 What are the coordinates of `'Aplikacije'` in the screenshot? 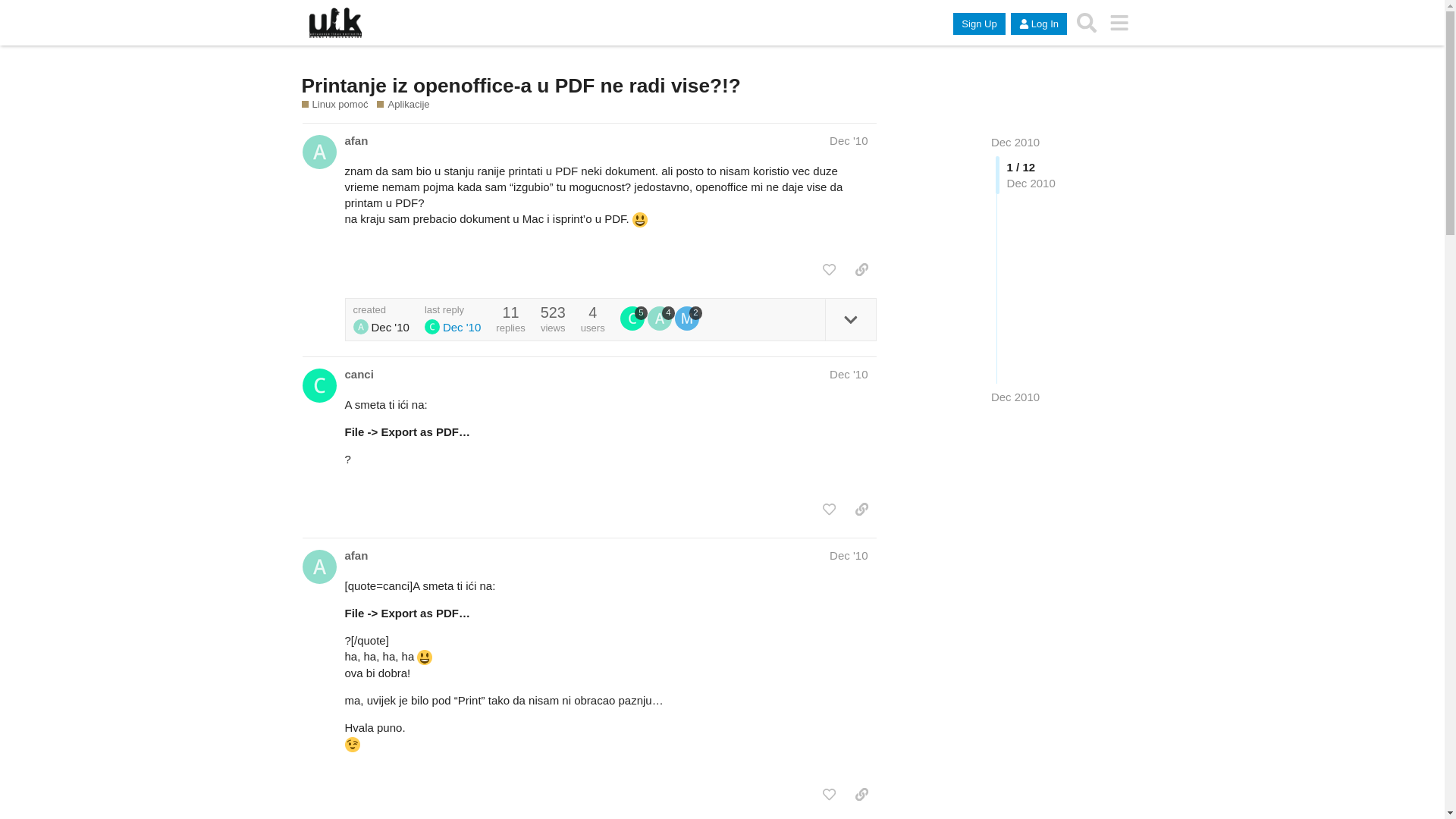 It's located at (403, 104).